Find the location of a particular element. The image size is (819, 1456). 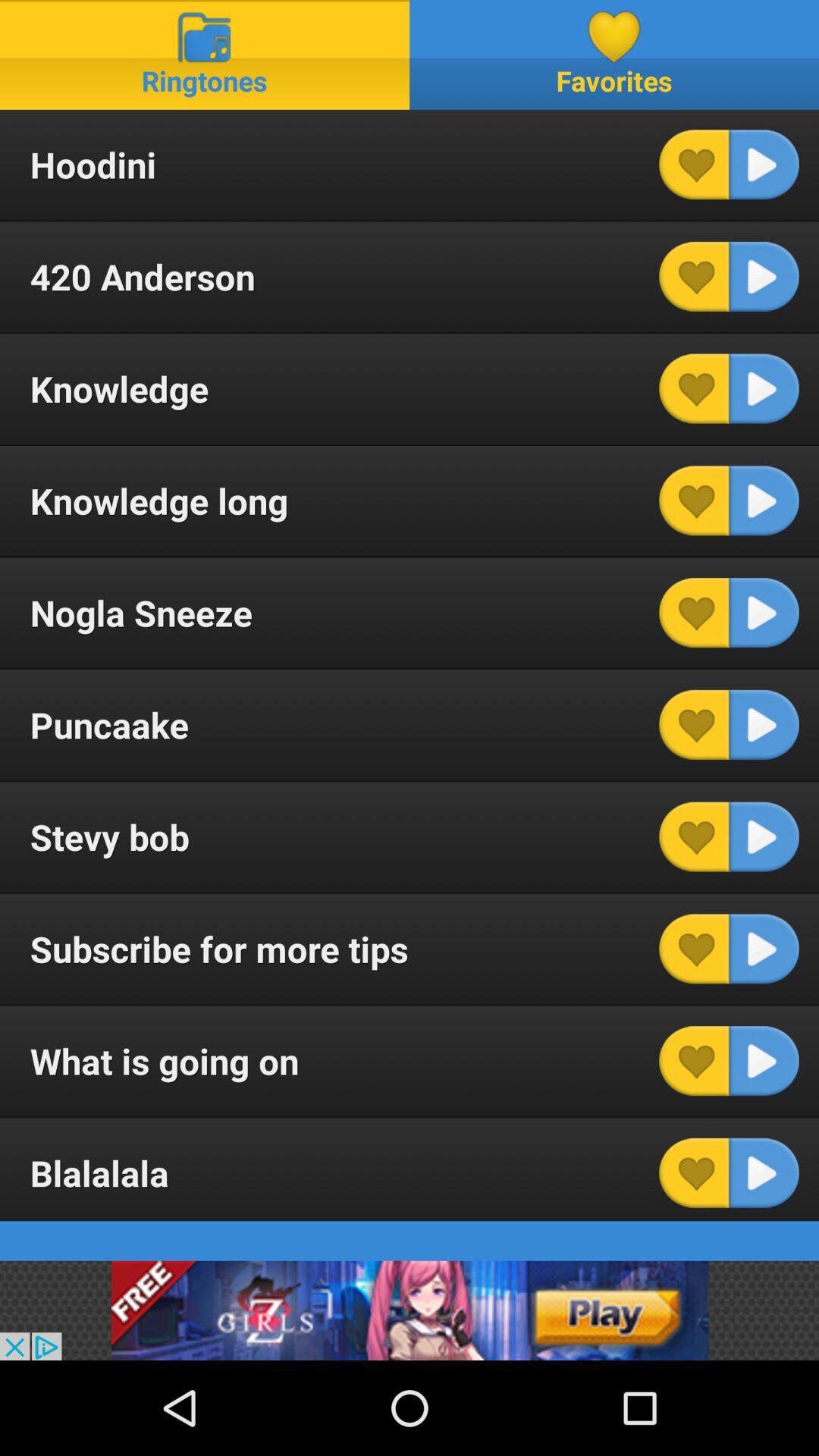

option is located at coordinates (764, 1060).